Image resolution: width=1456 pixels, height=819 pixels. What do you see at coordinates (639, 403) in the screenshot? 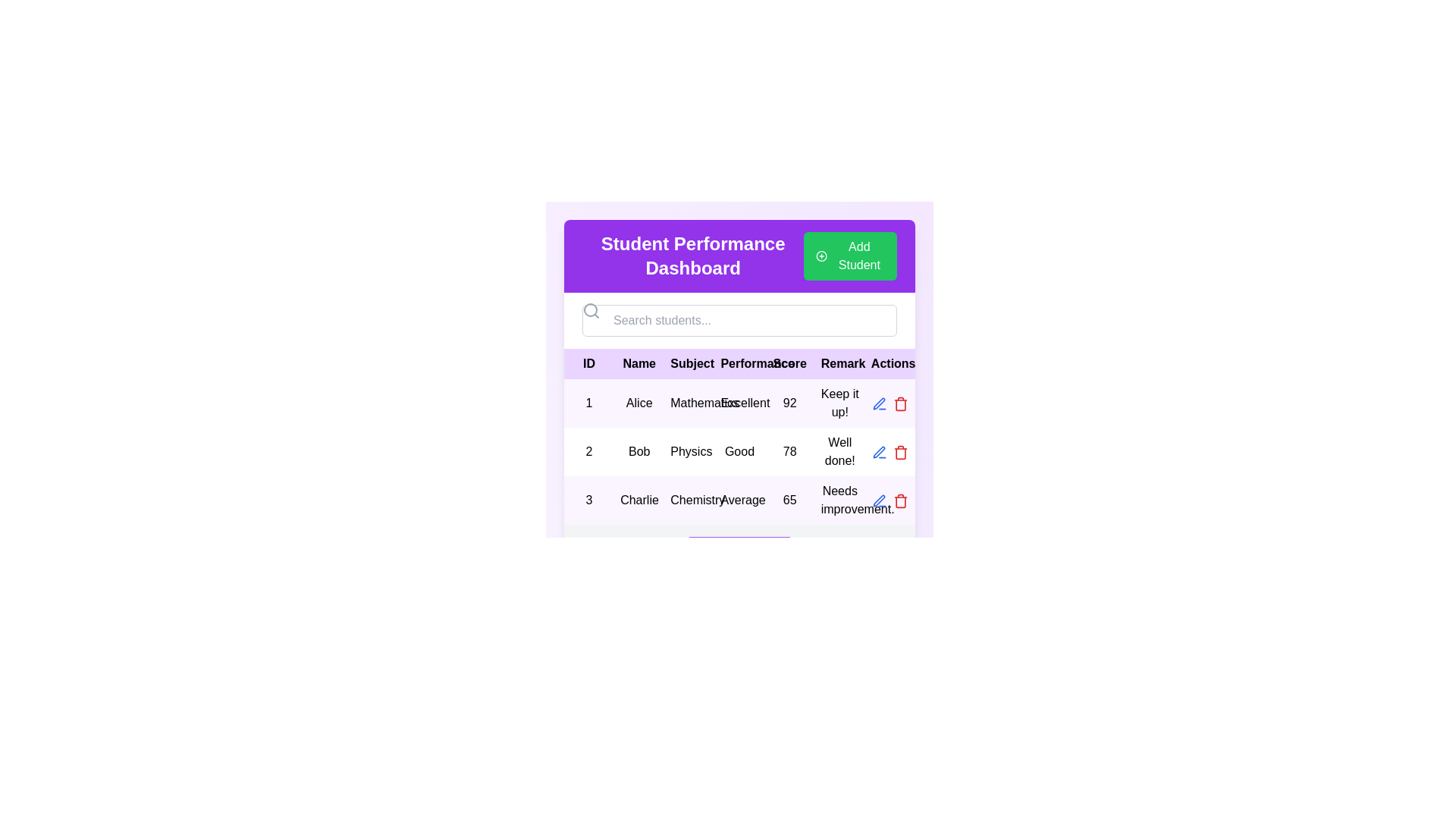
I see `the text label displaying 'Alice' located in the second column of the first row under the header 'Name' in the table` at bounding box center [639, 403].